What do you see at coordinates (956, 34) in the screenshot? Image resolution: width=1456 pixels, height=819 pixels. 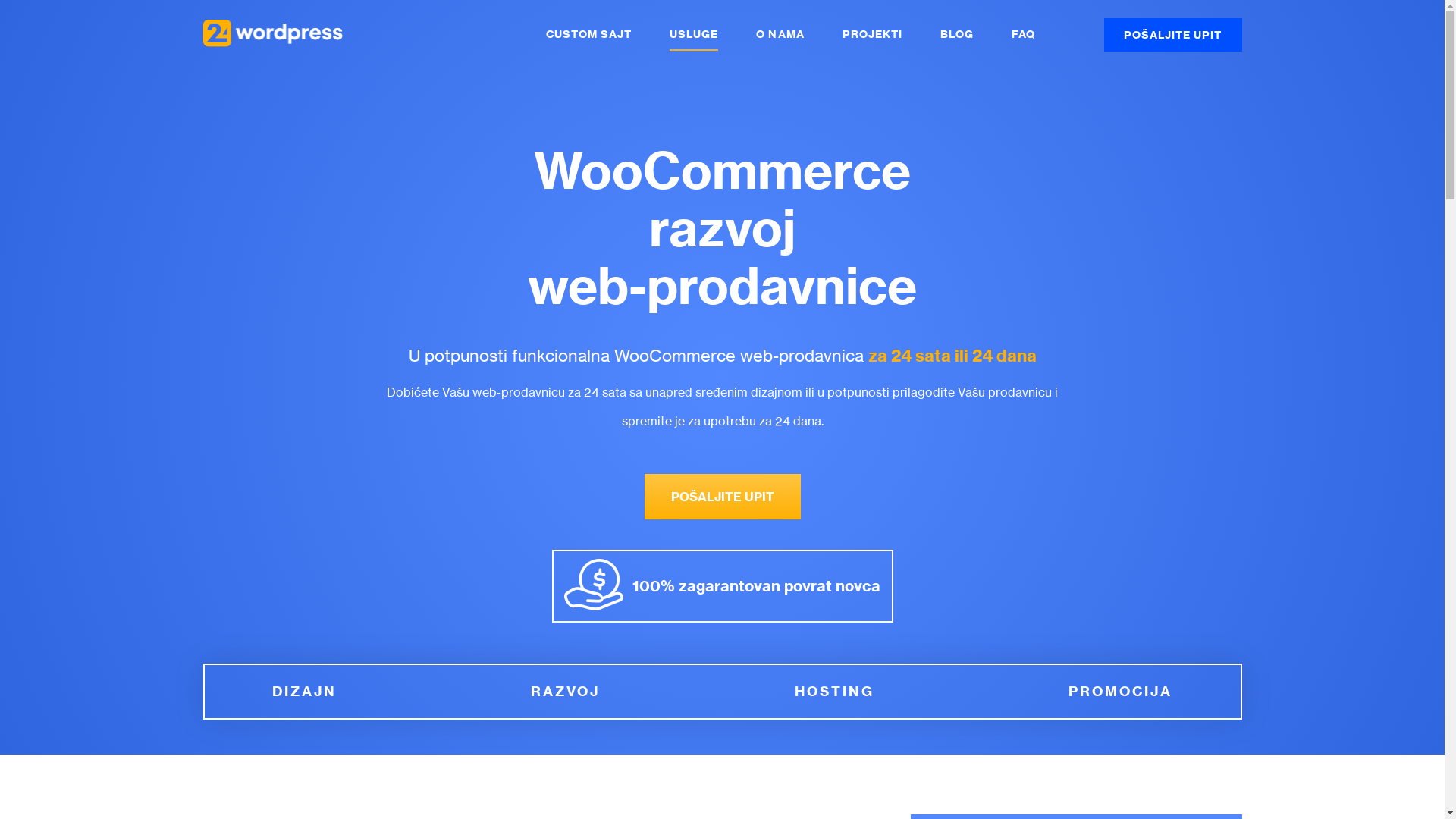 I see `'BLOG'` at bounding box center [956, 34].